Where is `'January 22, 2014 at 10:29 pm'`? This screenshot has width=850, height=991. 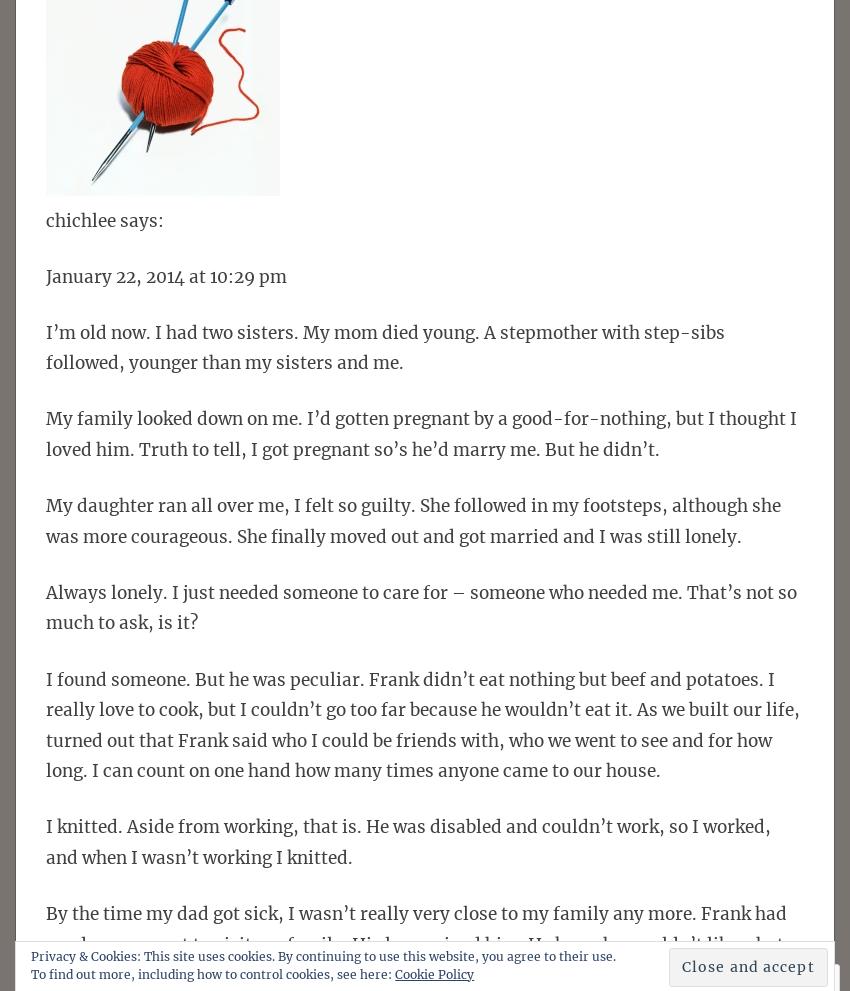
'January 22, 2014 at 10:29 pm' is located at coordinates (166, 274).